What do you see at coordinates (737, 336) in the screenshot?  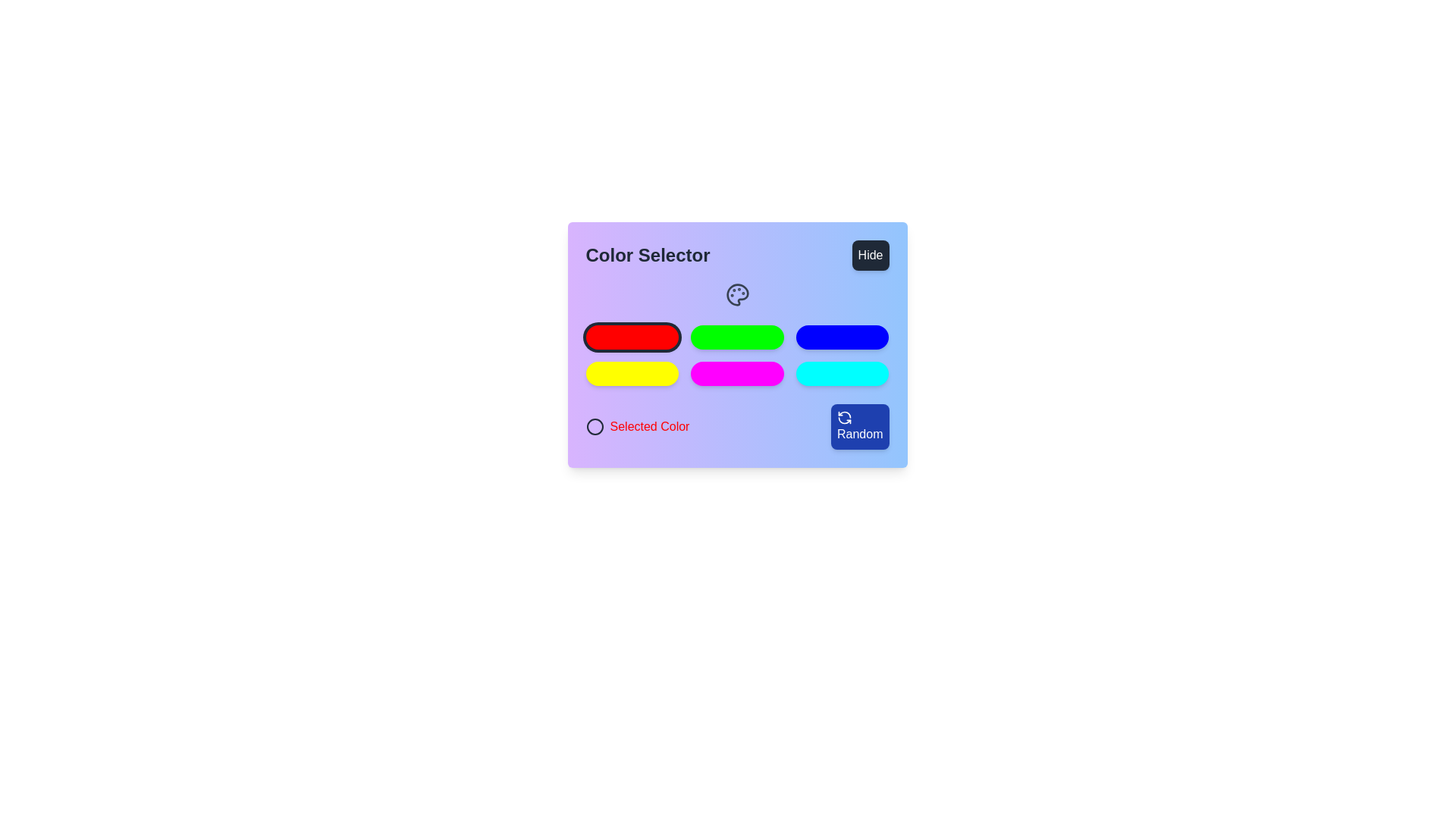 I see `the second button from the left in the first row of the grid` at bounding box center [737, 336].